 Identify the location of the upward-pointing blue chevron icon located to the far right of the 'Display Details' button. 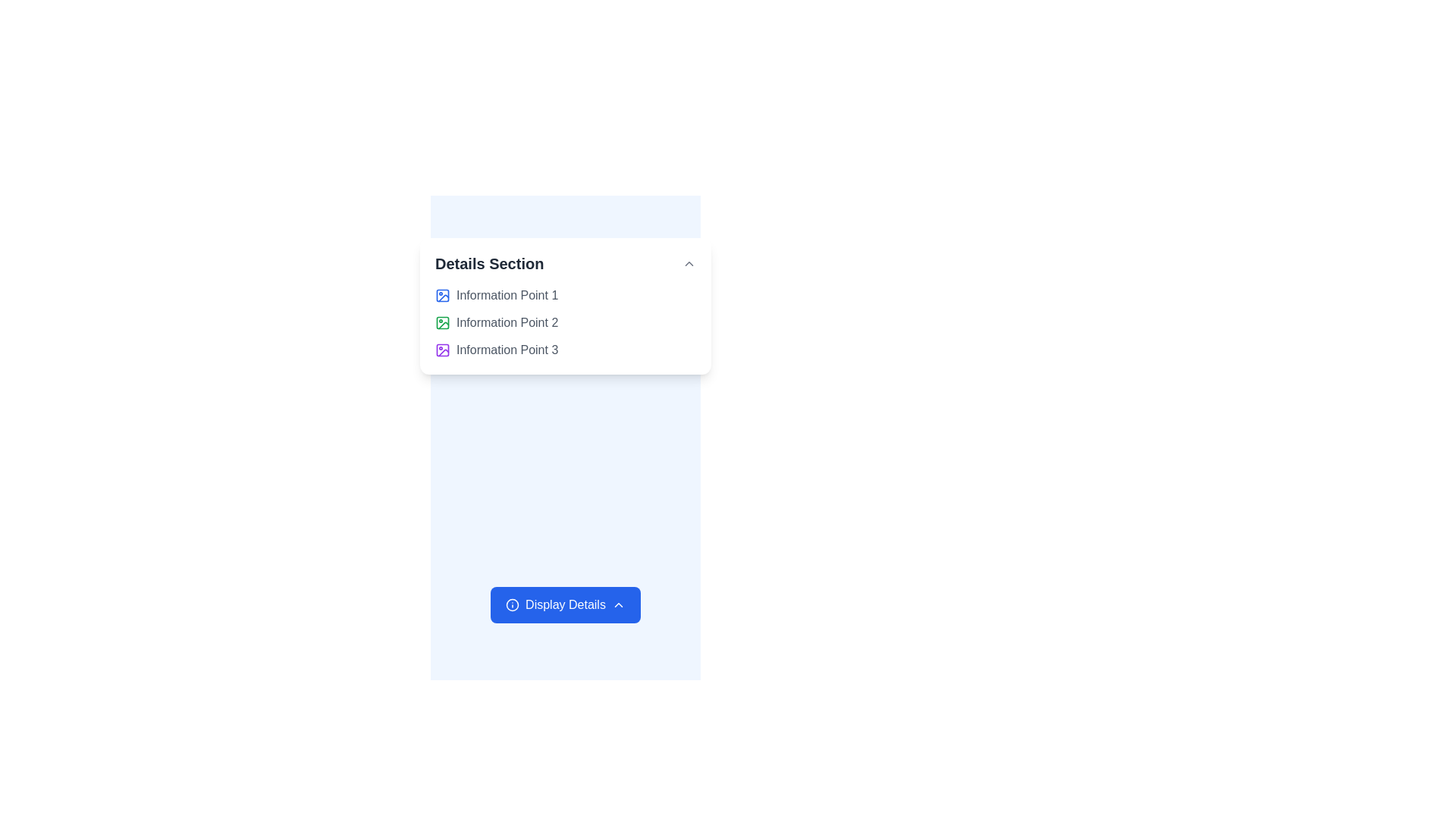
(619, 604).